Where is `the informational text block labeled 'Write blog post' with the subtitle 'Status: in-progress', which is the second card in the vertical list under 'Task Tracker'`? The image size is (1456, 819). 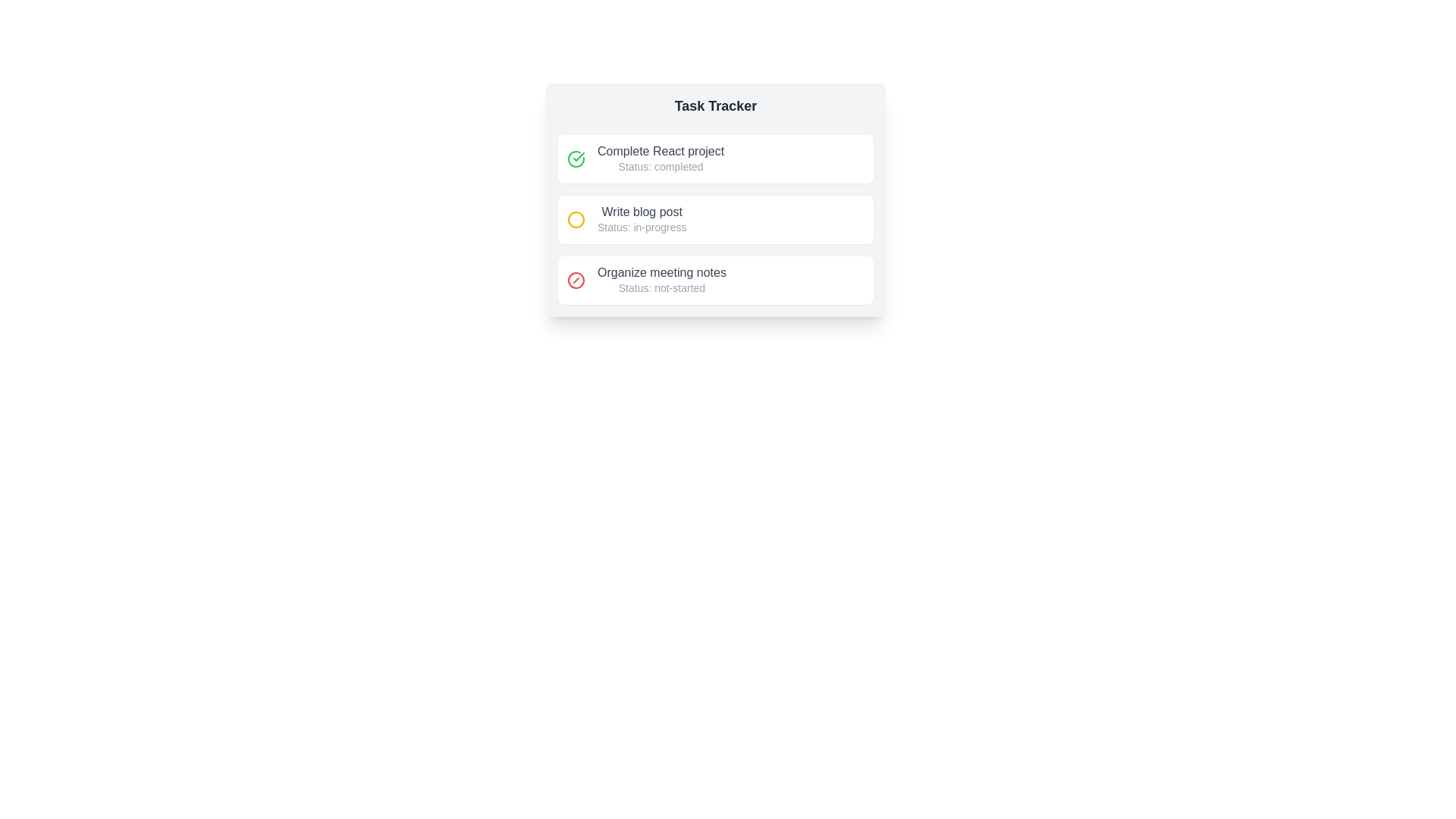
the informational text block labeled 'Write blog post' with the subtitle 'Status: in-progress', which is the second card in the vertical list under 'Task Tracker' is located at coordinates (642, 219).